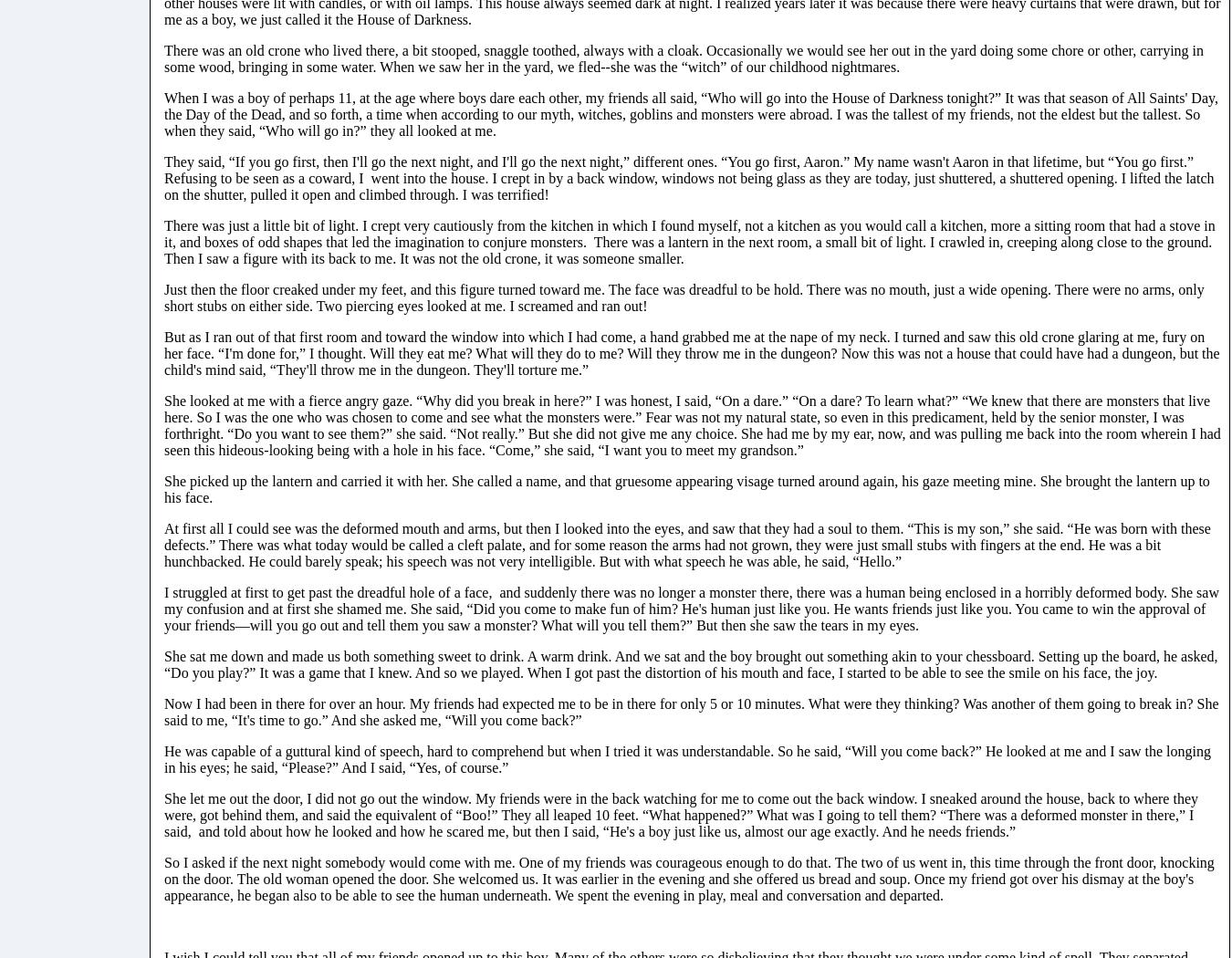 Image resolution: width=1232 pixels, height=958 pixels. What do you see at coordinates (688, 240) in the screenshot?
I see `'There was just a little bit of light. I crept very cautiously from the kitchen in which I found myself, not a kitchen as you would call a kitchen, more a sitting room that had a stove in it, and boxes of odd shapes that led the imagination to conjure monsters.  There was a lantern in the next room, a small bit of light. I crawled in, creeping along close to the ground. Then I saw a figure with its back to me. It was not the old crone, it was someone smaller.'` at bounding box center [688, 240].